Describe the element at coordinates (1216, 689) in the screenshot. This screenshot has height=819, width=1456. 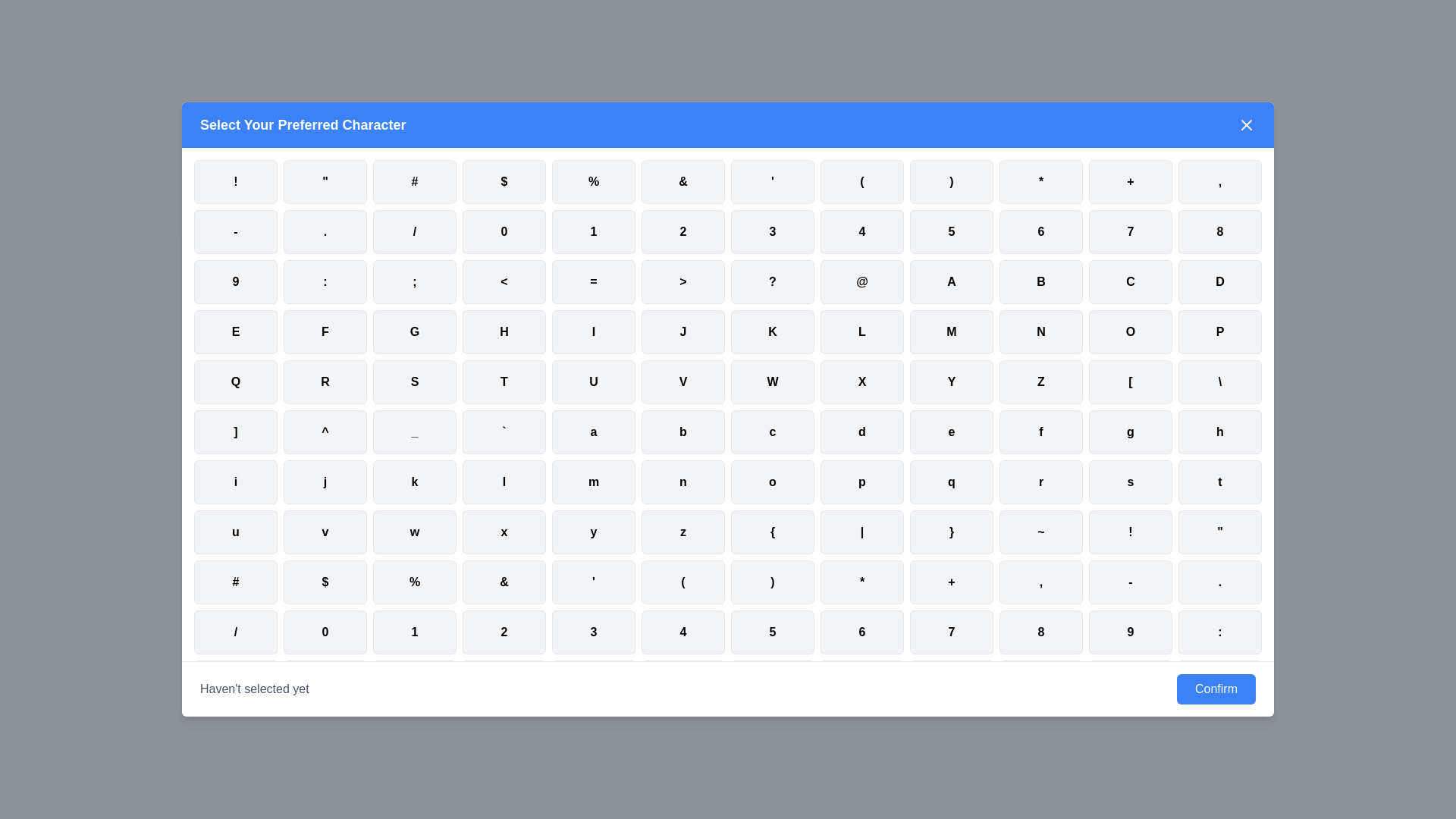
I see `the 'Confirm' button to confirm the selection` at that location.